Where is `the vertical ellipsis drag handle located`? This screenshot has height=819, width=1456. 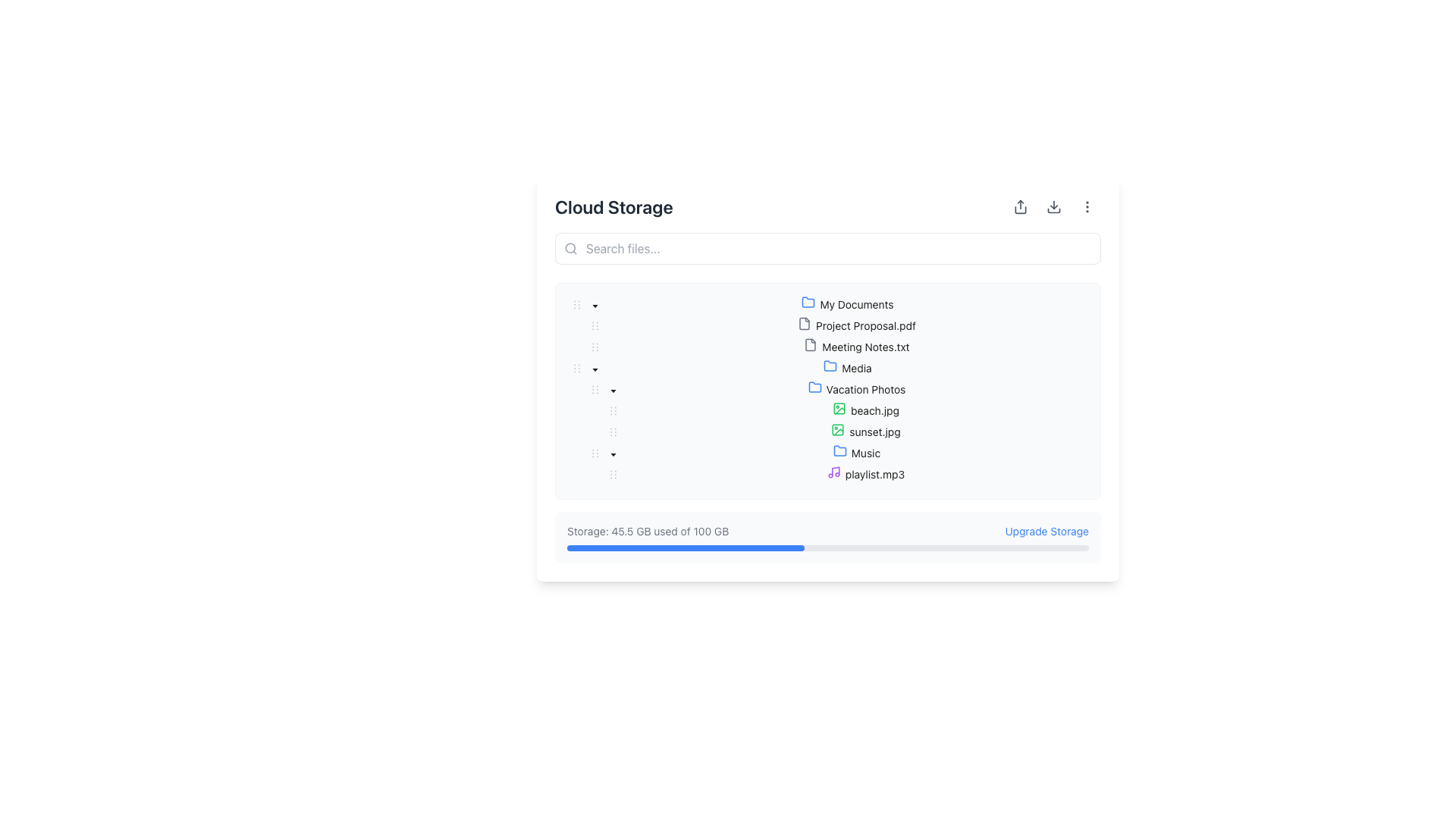 the vertical ellipsis drag handle located is located at coordinates (613, 432).